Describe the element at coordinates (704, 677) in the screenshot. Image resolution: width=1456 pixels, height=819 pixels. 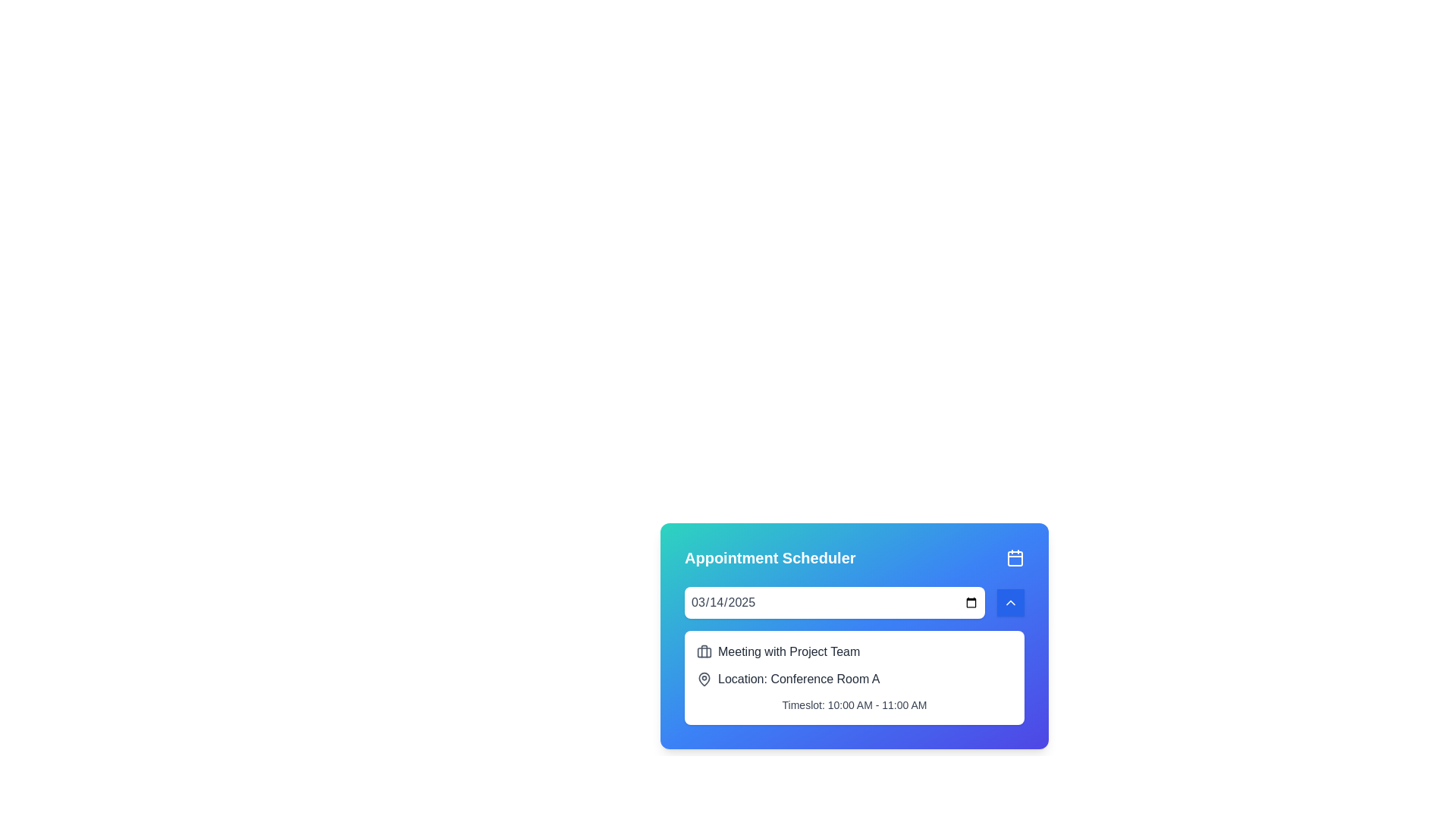
I see `the pin-shaped icon used to denote a geographical location, located to the left of the 'Location: Conference Room A' text` at that location.